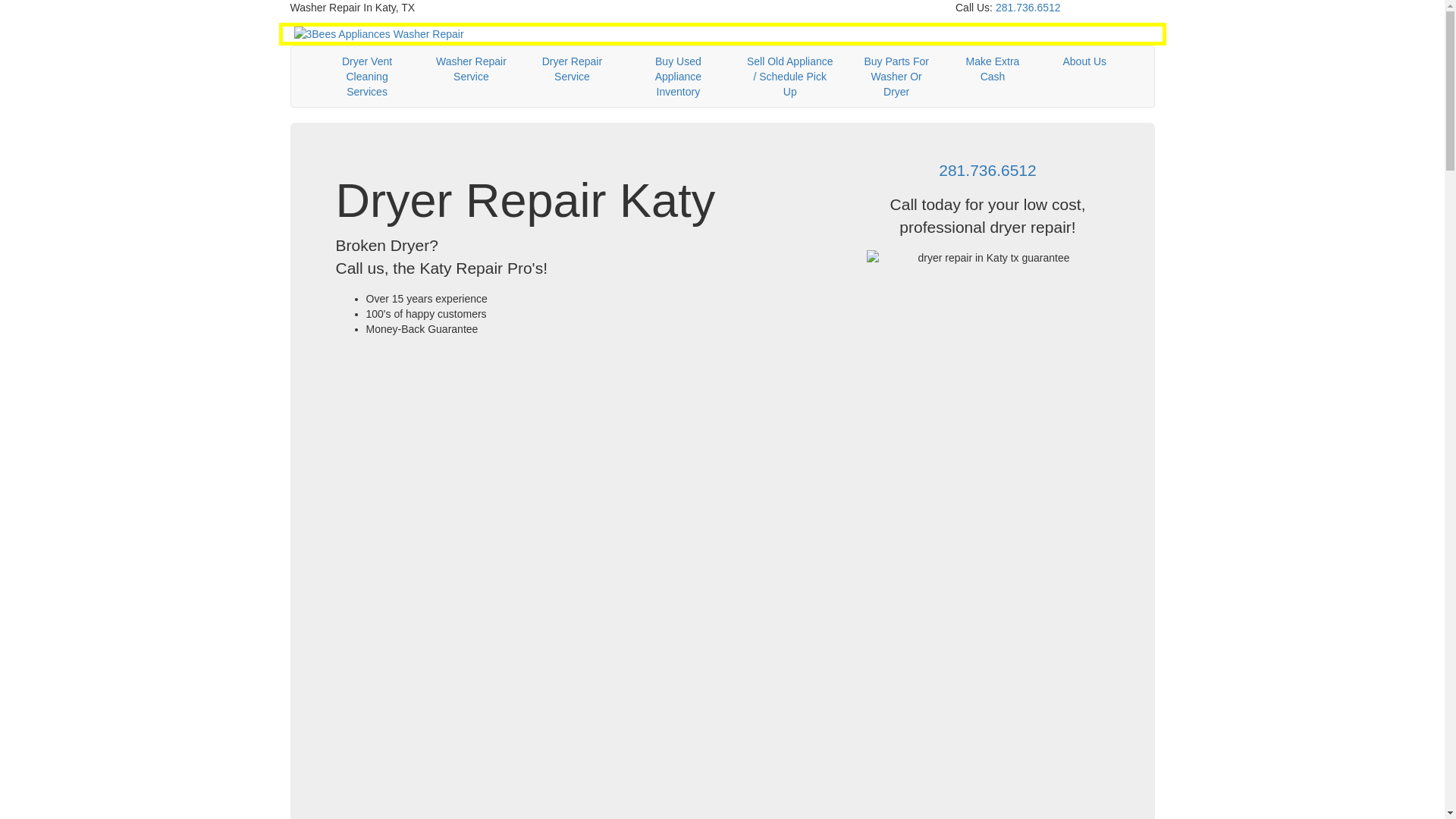 The image size is (1456, 819). I want to click on 'About Us', so click(1084, 61).